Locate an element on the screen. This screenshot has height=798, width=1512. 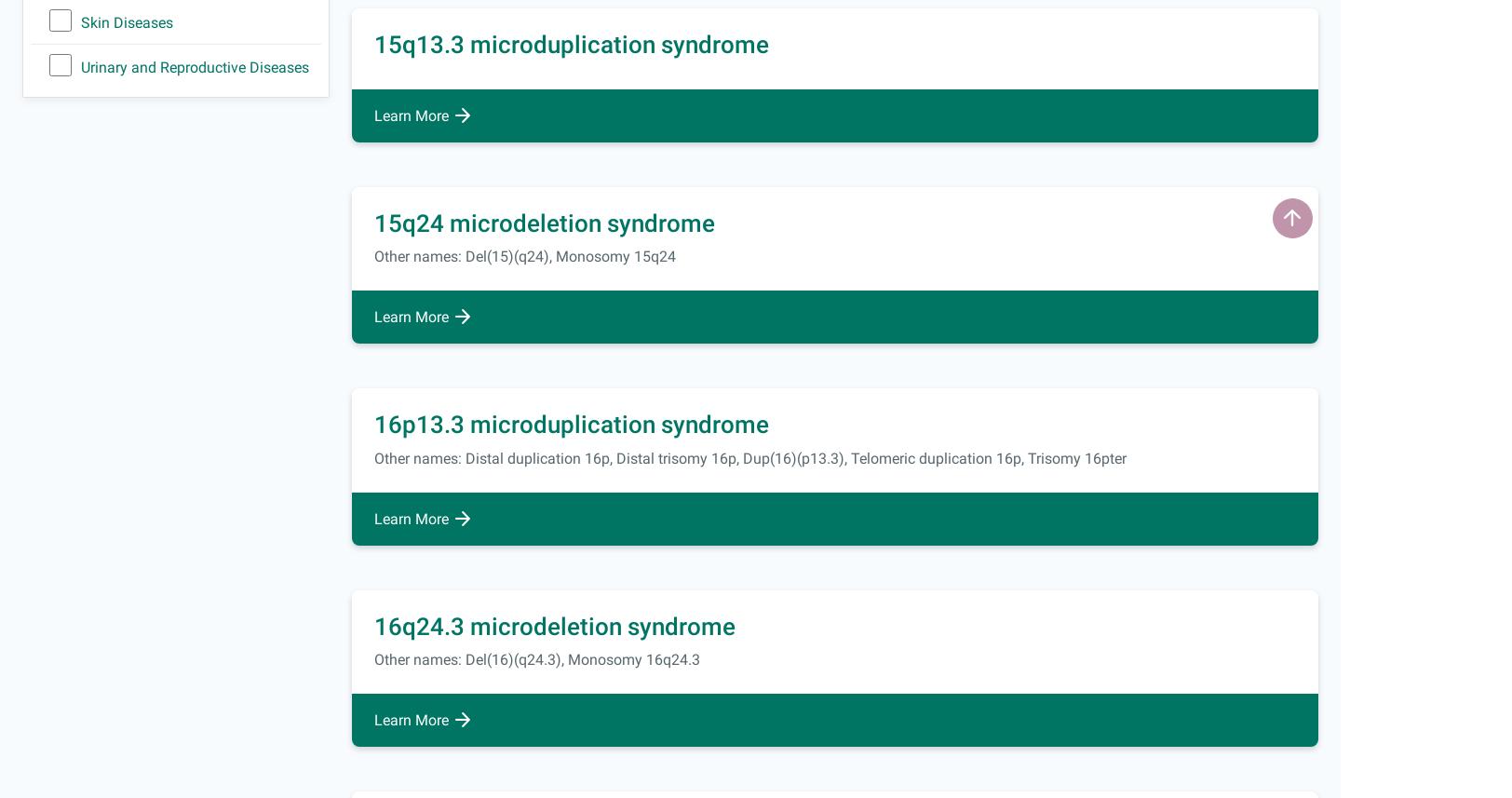
'Other names: Distal duplication 16p, Distal trisomy 16p, Dup(16)(p13.3), Telomeric duplication 16p, Trisomy 16pter' is located at coordinates (749, 457).